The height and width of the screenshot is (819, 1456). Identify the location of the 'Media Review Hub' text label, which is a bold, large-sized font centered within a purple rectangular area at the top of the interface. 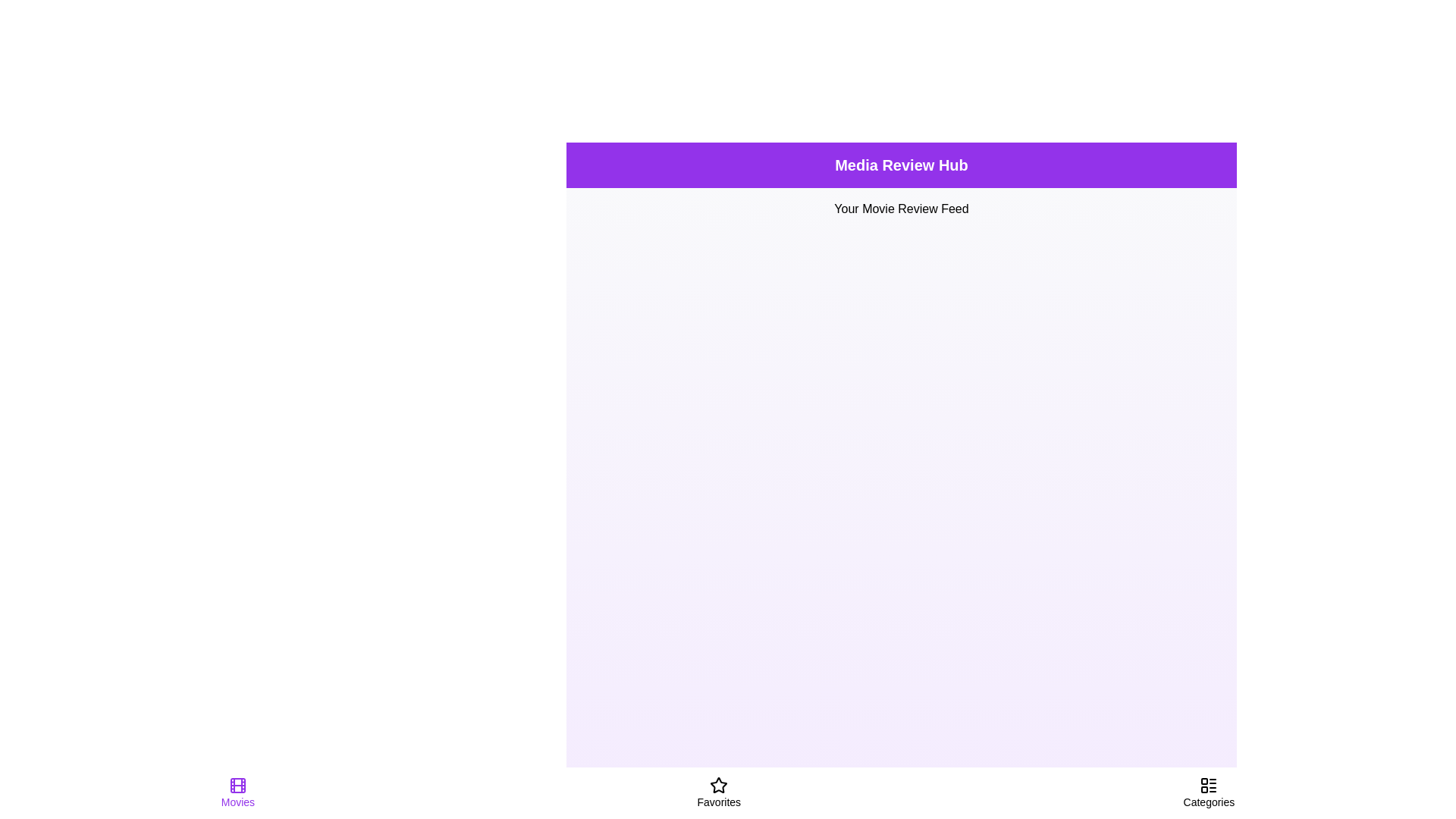
(902, 165).